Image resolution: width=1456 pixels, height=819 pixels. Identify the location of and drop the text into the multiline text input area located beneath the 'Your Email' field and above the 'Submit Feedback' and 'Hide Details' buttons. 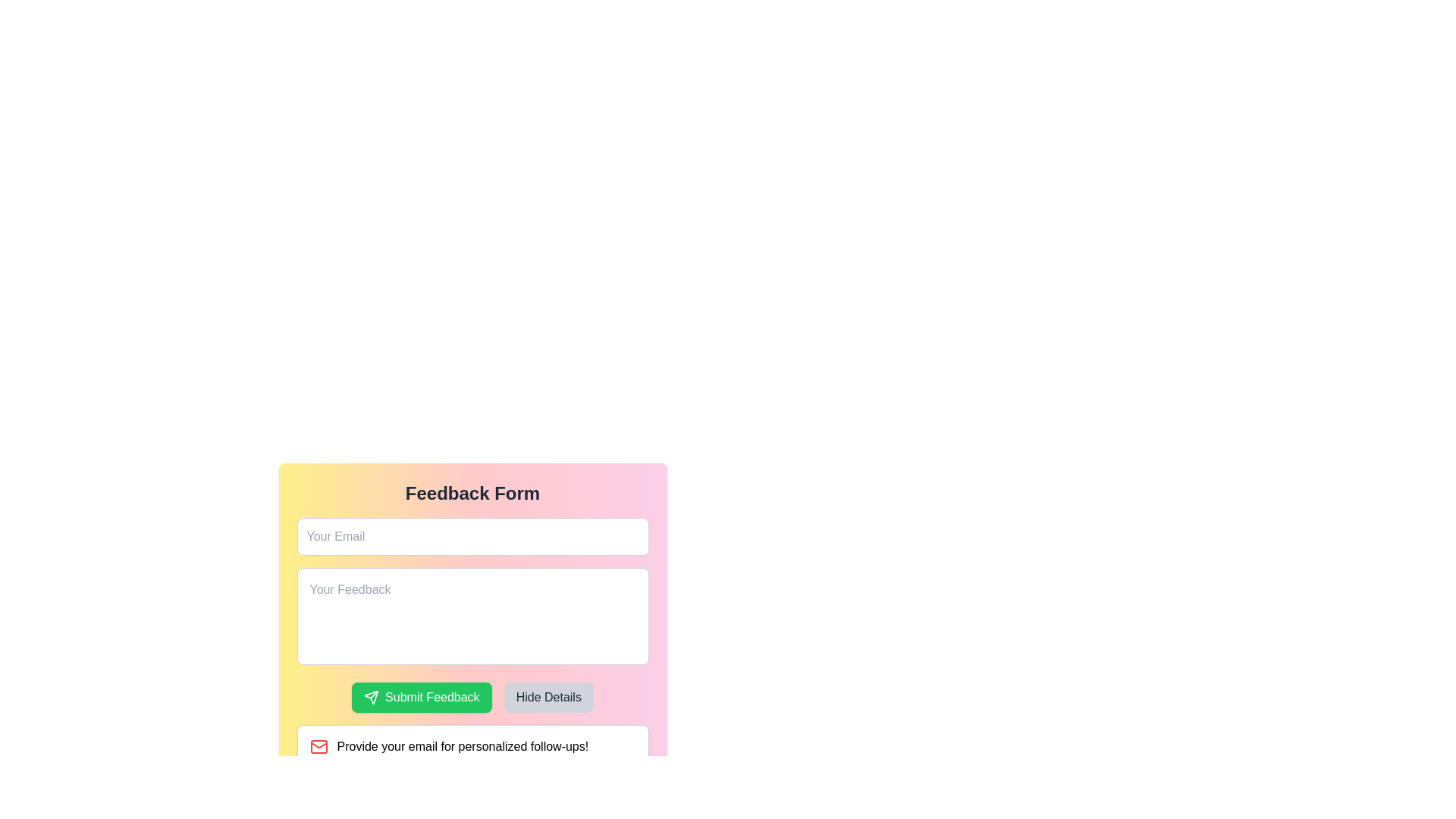
(472, 617).